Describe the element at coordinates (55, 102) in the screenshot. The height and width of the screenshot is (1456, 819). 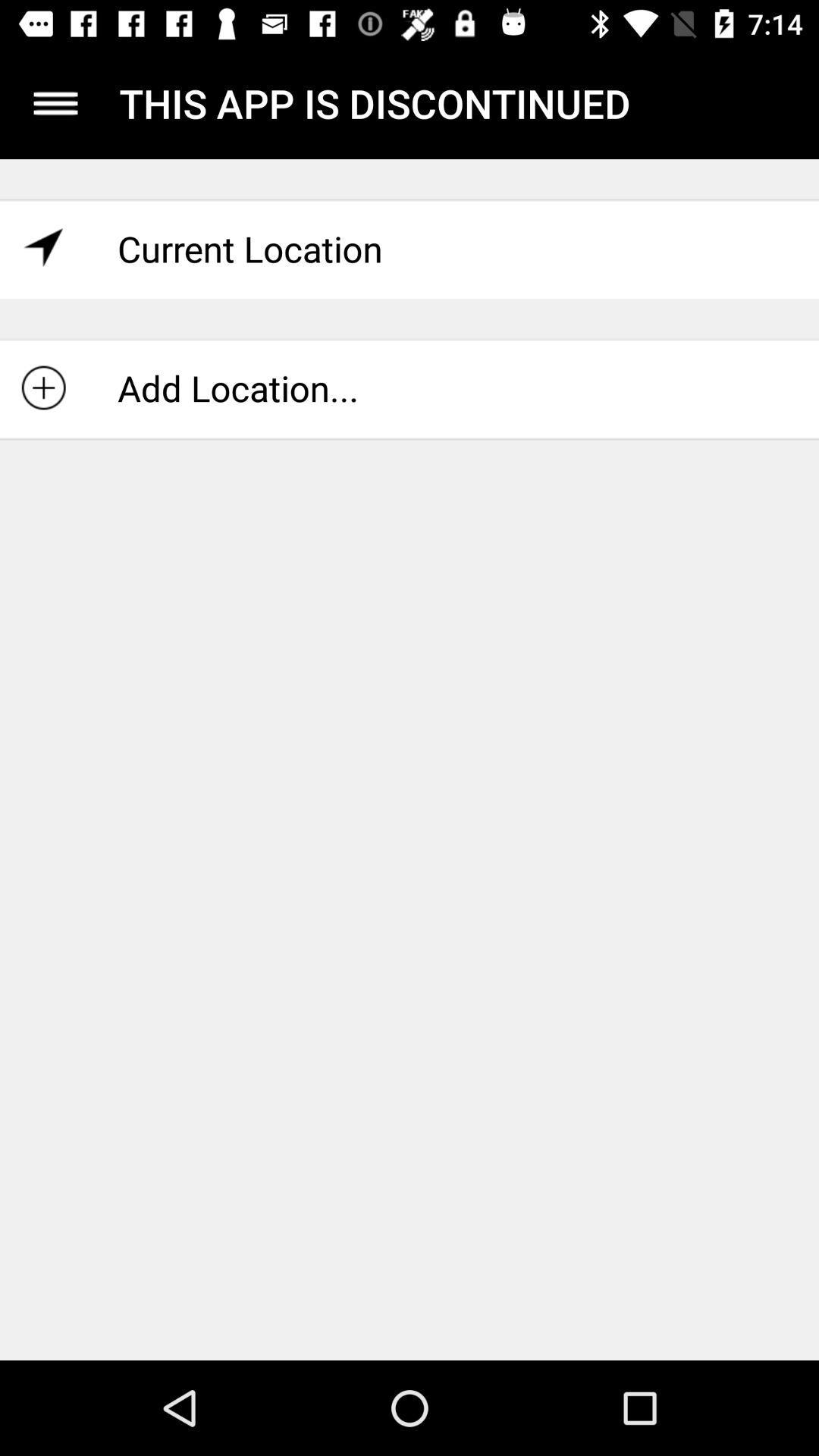
I see `menu button` at that location.